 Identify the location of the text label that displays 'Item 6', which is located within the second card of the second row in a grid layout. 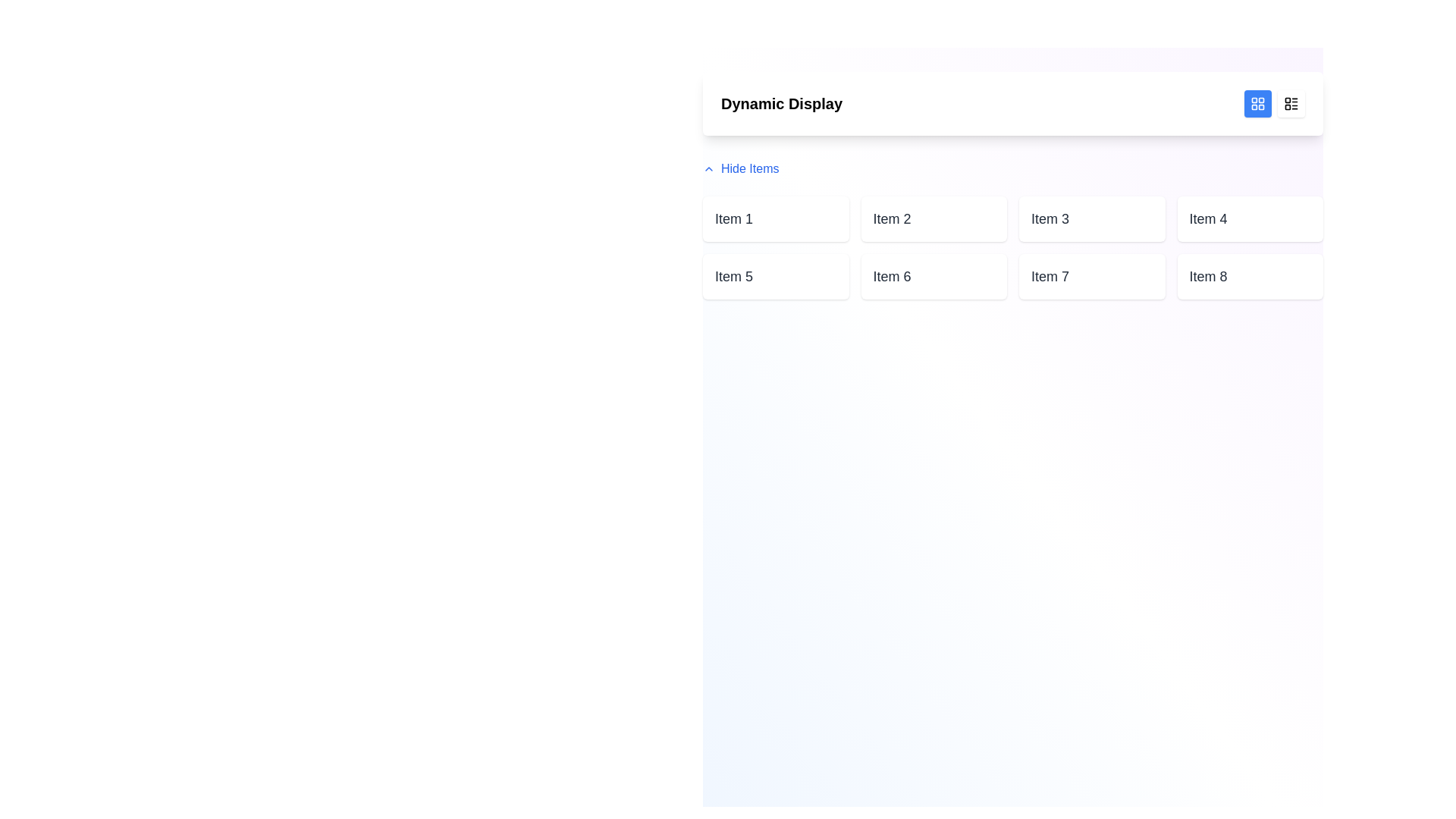
(892, 277).